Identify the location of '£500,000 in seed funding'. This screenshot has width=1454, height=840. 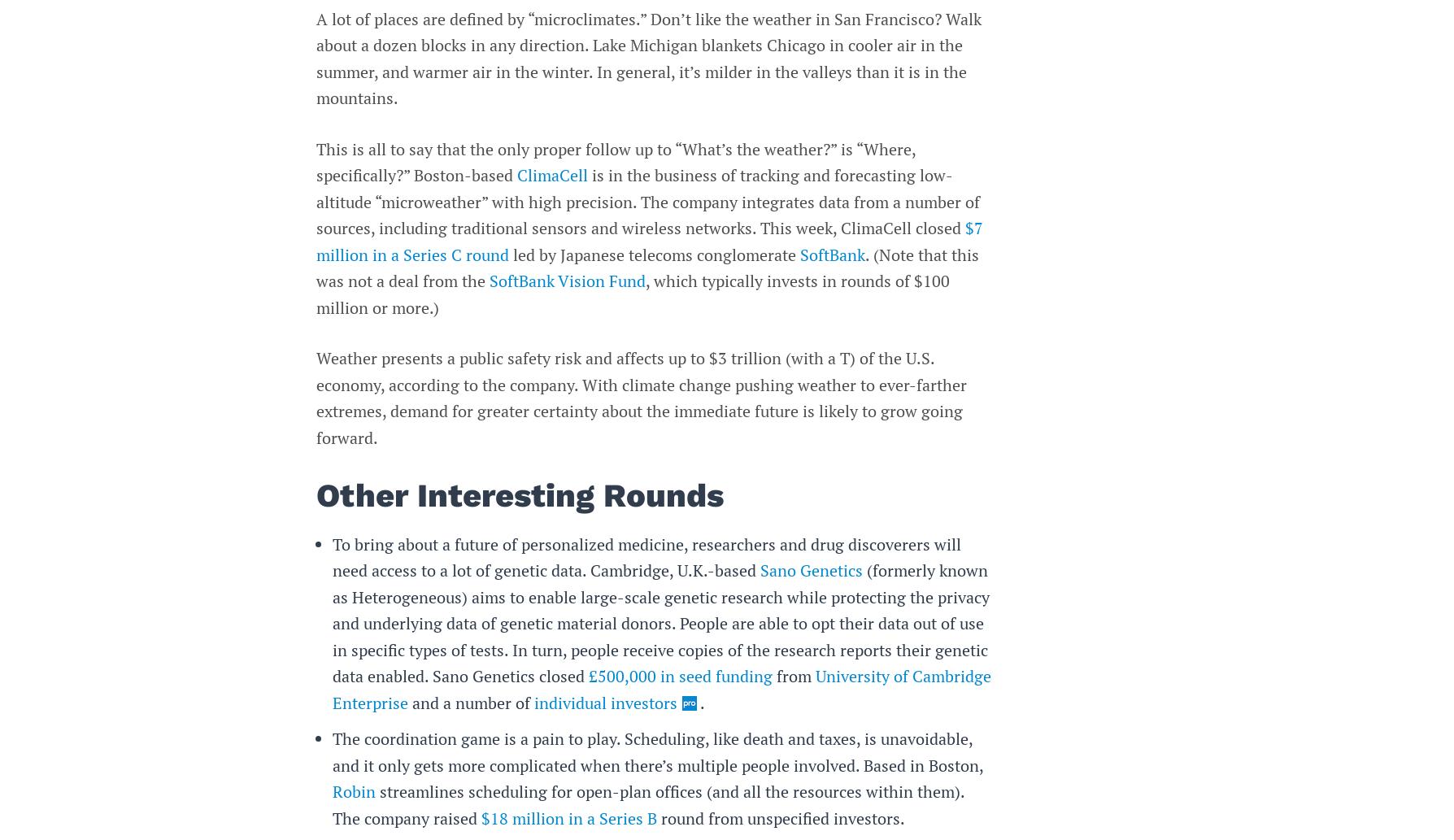
(679, 676).